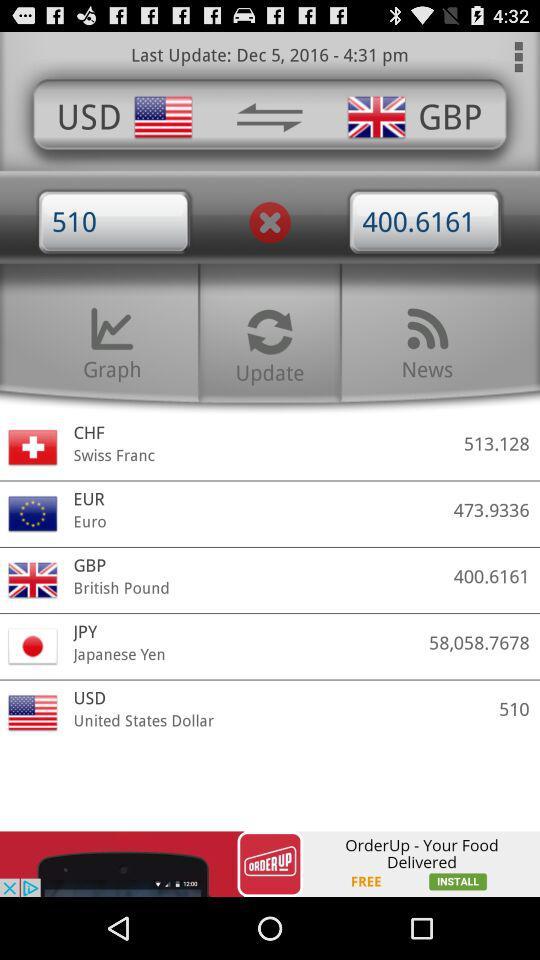 The image size is (540, 960). What do you see at coordinates (270, 343) in the screenshot?
I see `update` at bounding box center [270, 343].